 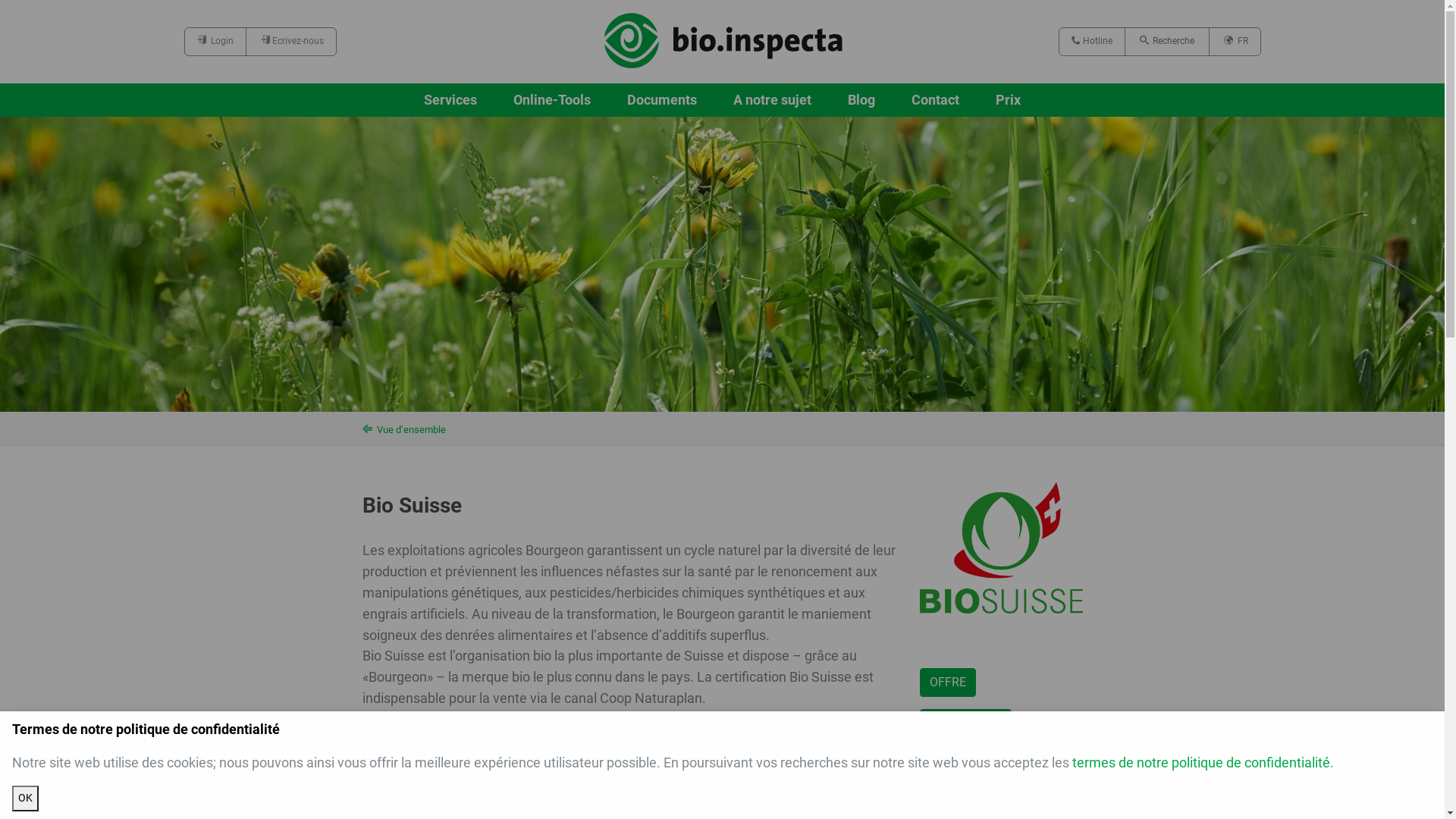 I want to click on 'OK', so click(x=25, y=798).